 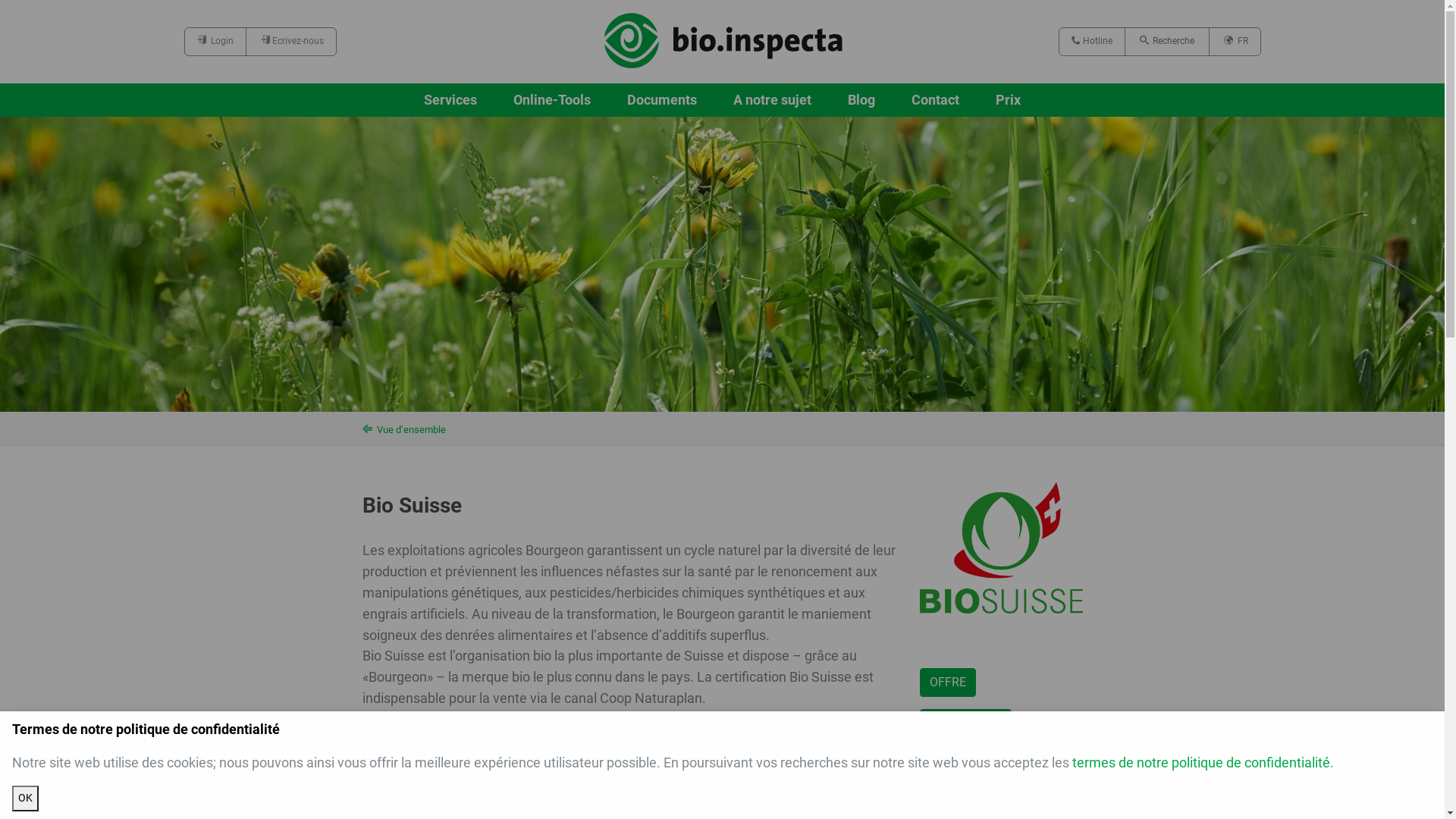 I want to click on 'OK', so click(x=25, y=798).